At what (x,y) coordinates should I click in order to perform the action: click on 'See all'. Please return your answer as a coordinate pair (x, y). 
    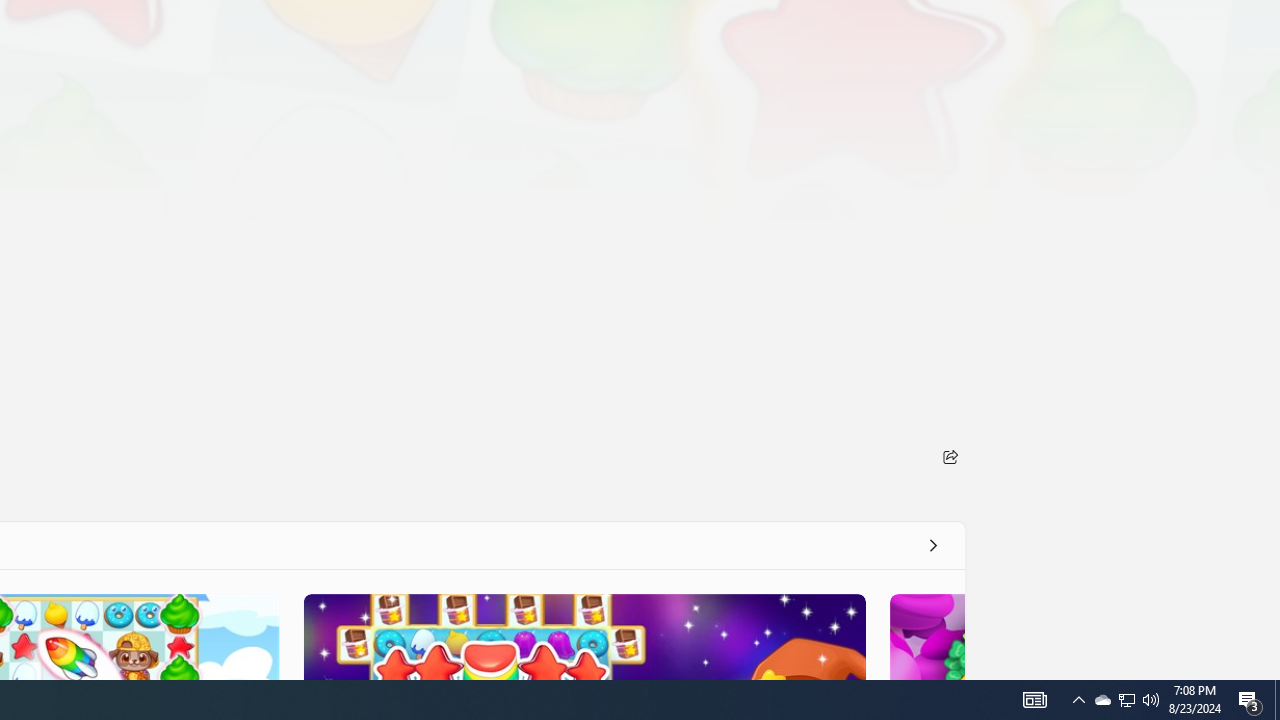
    Looking at the image, I should click on (931, 545).